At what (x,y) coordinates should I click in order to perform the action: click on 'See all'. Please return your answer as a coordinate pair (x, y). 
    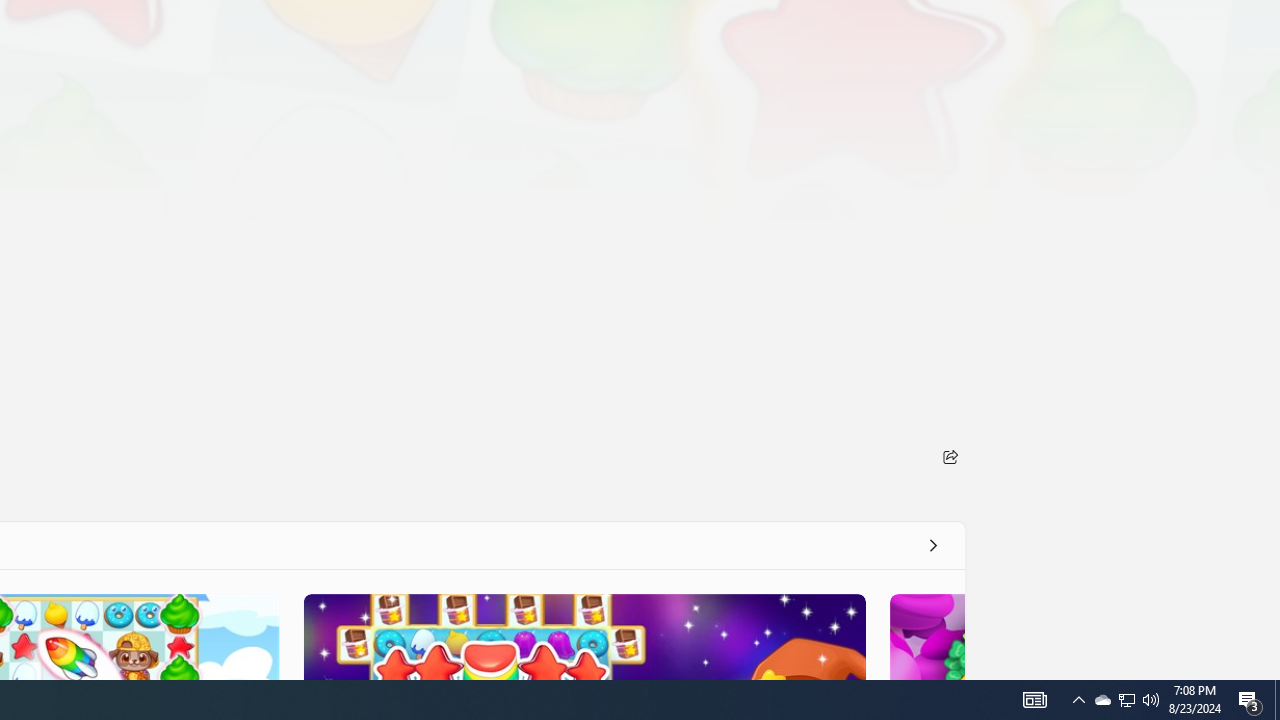
    Looking at the image, I should click on (931, 545).